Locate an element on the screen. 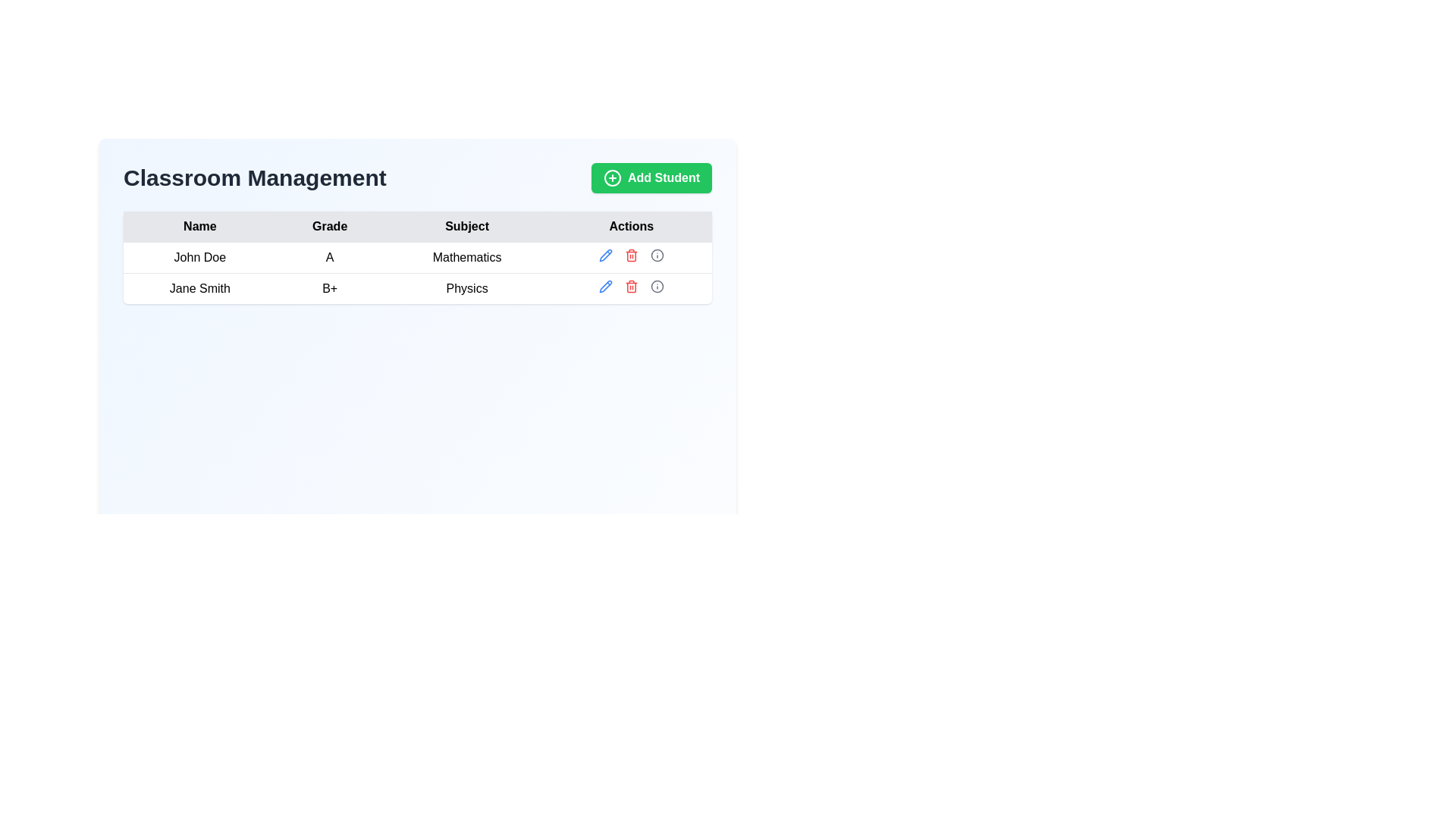 This screenshot has width=1456, height=819. the fourth column header of the table, which indicates the type of actions available for each row is located at coordinates (631, 227).